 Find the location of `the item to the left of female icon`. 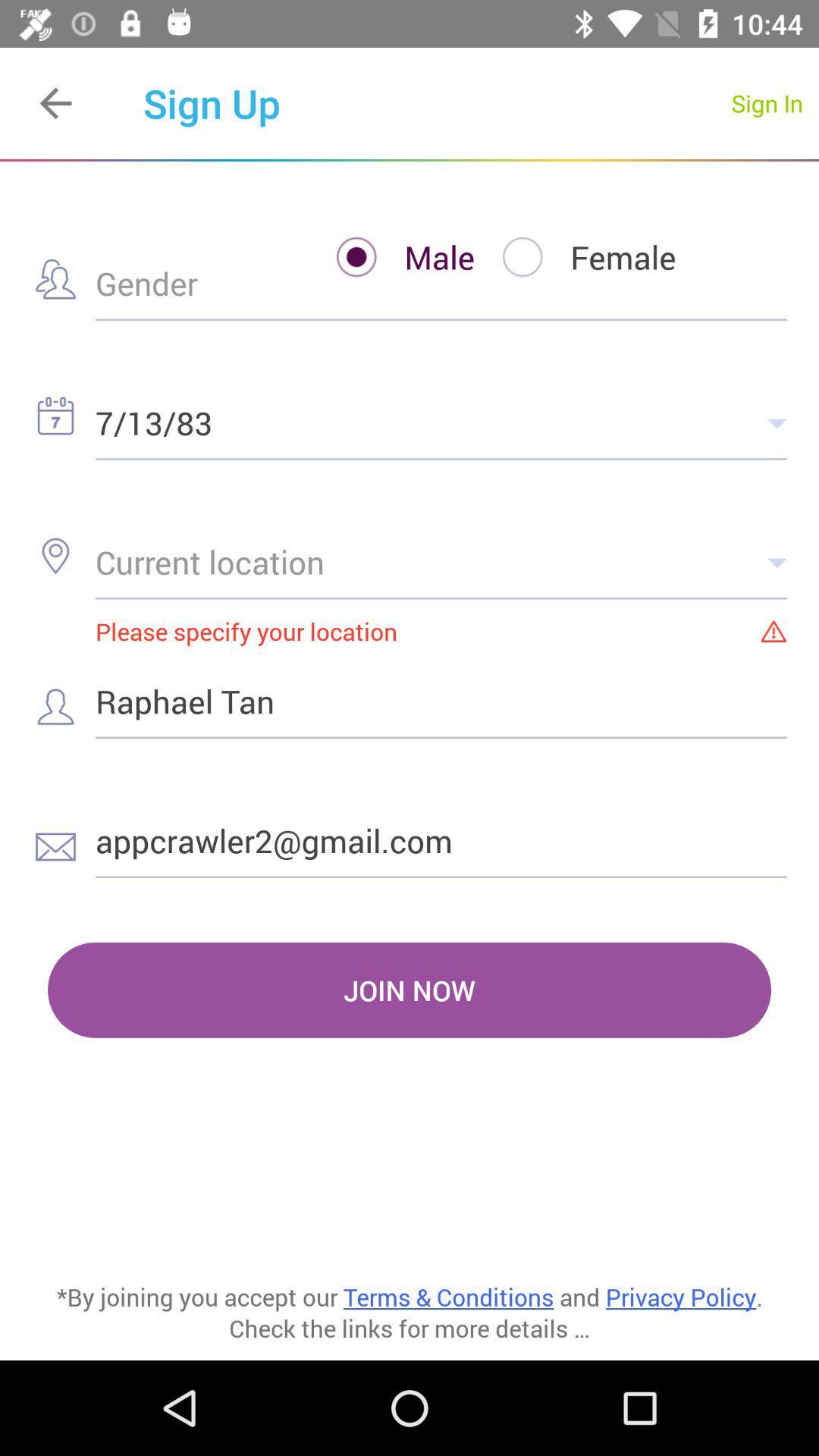

the item to the left of female icon is located at coordinates (391, 257).